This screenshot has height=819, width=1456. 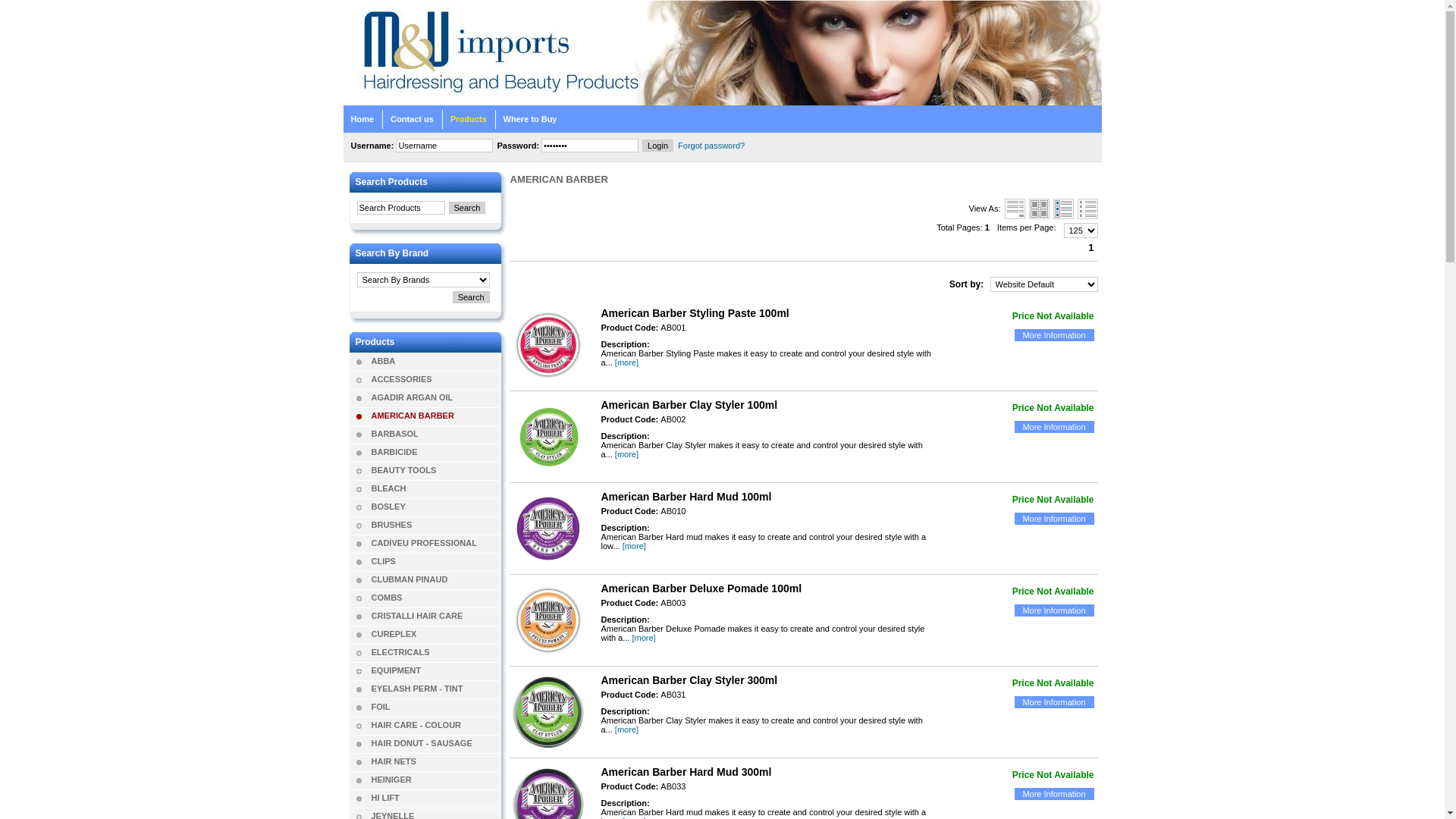 I want to click on 'Default Style', so click(x=1014, y=209).